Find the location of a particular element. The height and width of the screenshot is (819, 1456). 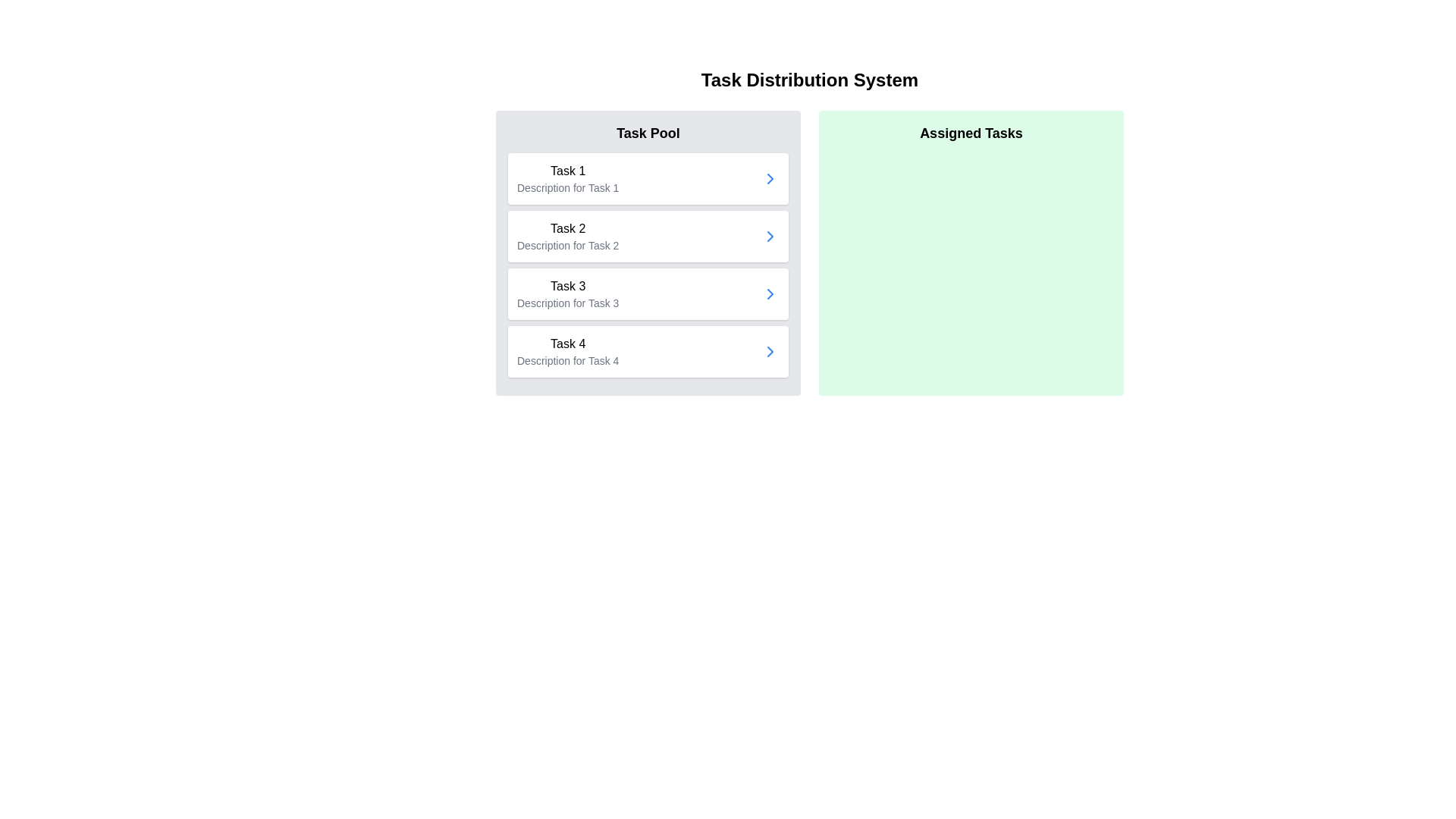

the navigation icon located to the right of the task description for 'Task 1' in the 'Task Pool' section is located at coordinates (770, 177).